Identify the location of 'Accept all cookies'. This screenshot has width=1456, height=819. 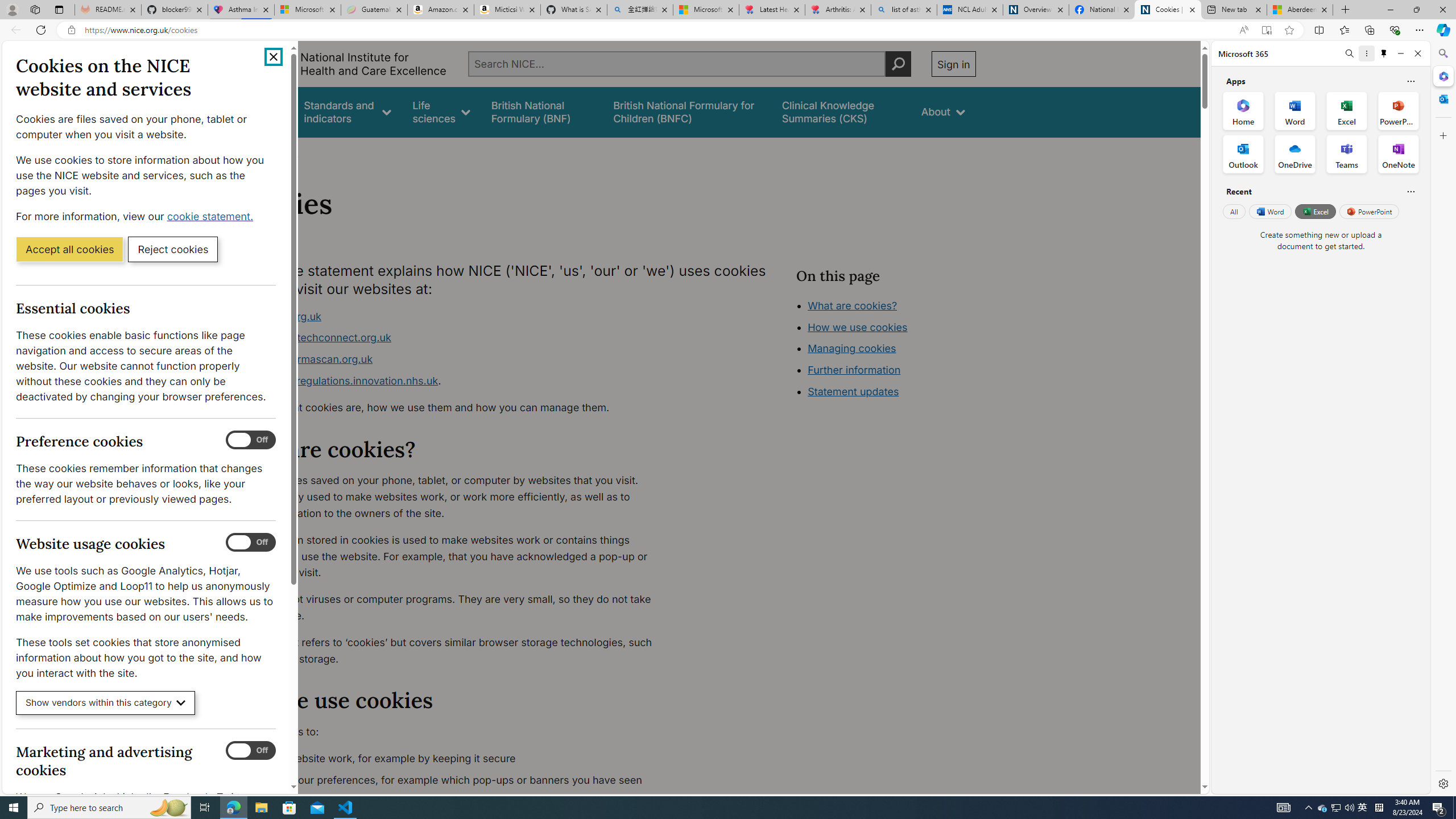
(69, 248).